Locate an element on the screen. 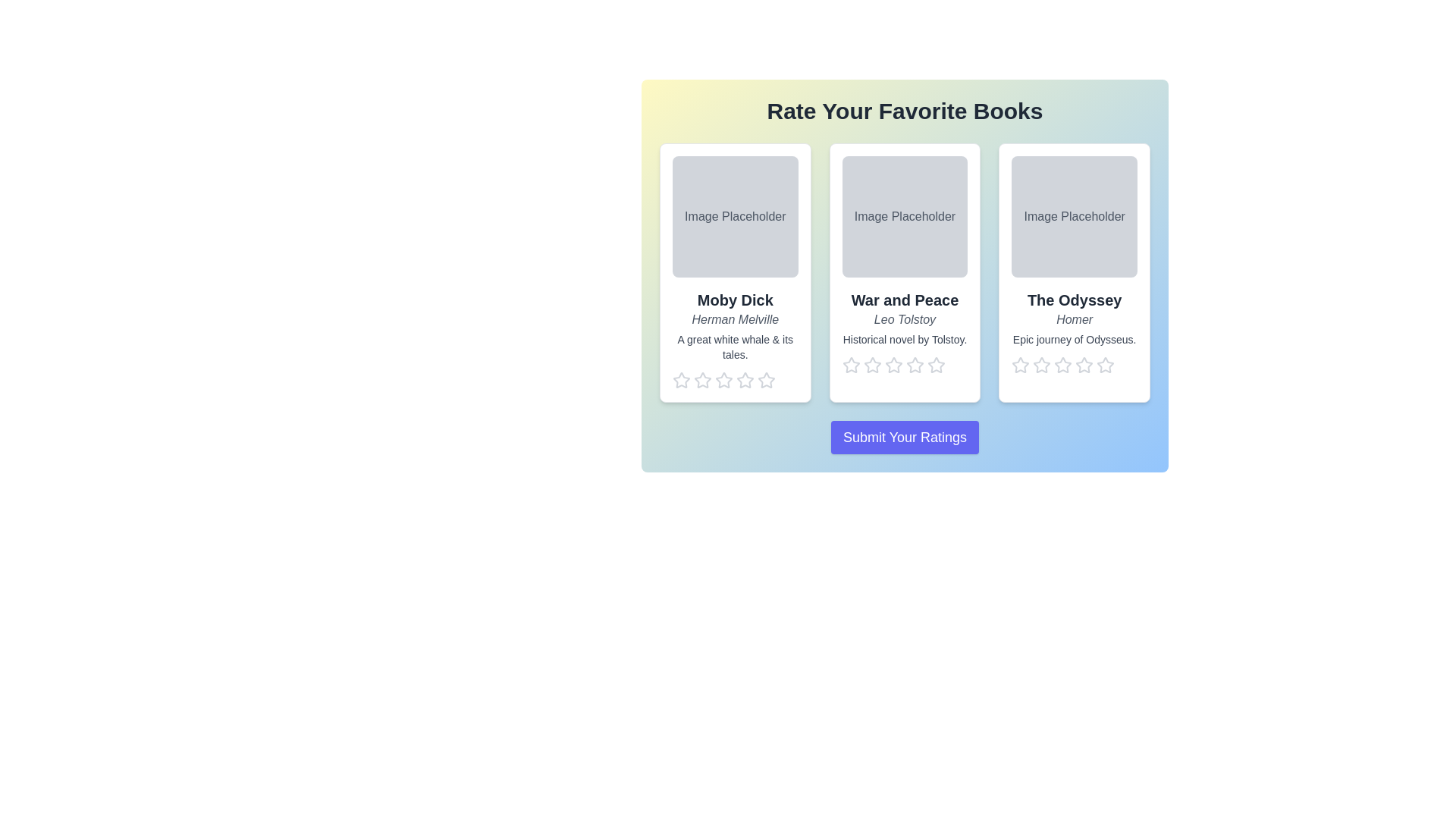  the star corresponding to the rating 4 for the book The Odyssey is located at coordinates (1084, 366).